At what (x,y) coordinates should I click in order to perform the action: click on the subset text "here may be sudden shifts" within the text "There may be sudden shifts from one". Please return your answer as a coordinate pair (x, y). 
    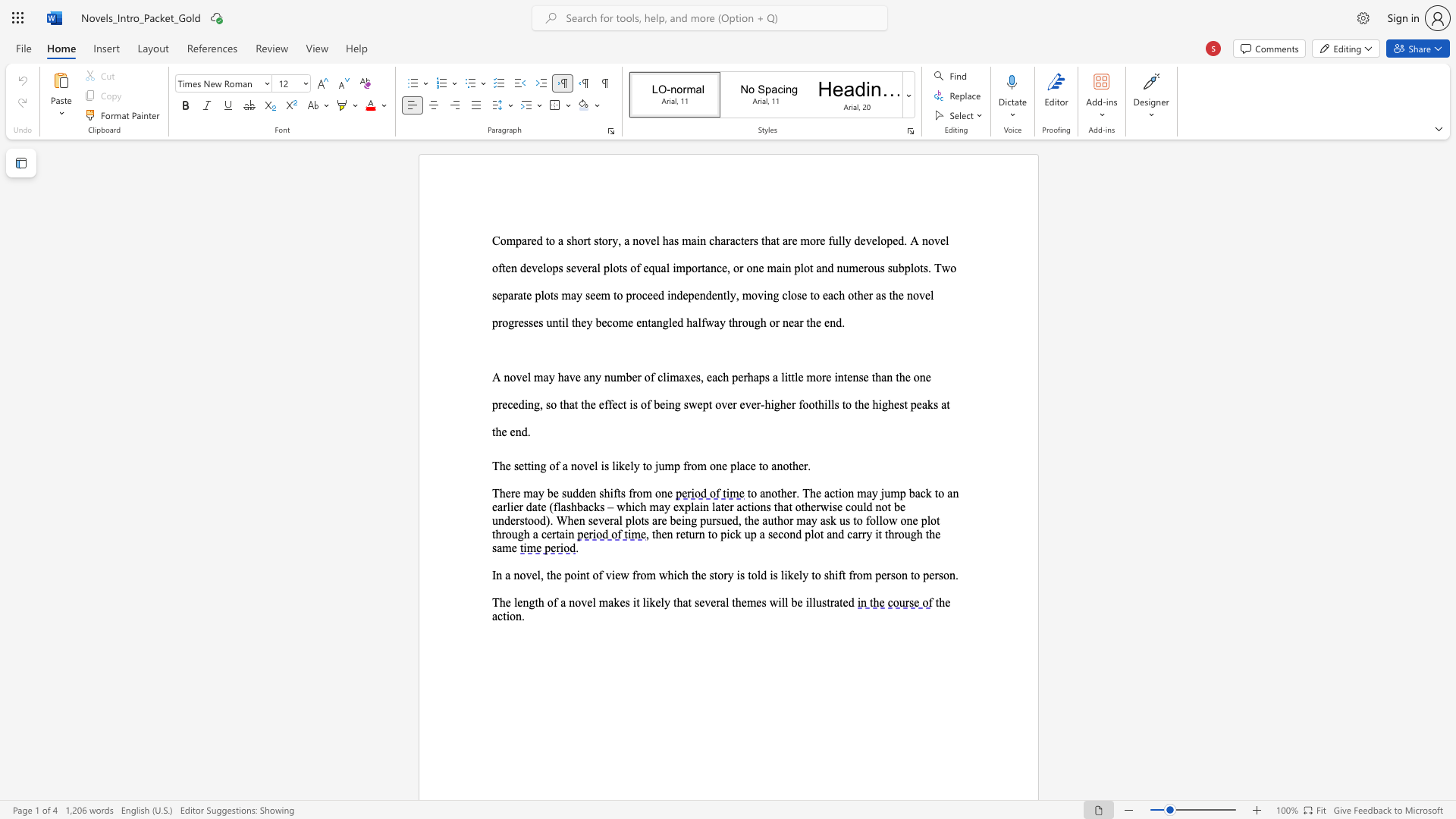
    Looking at the image, I should click on (499, 493).